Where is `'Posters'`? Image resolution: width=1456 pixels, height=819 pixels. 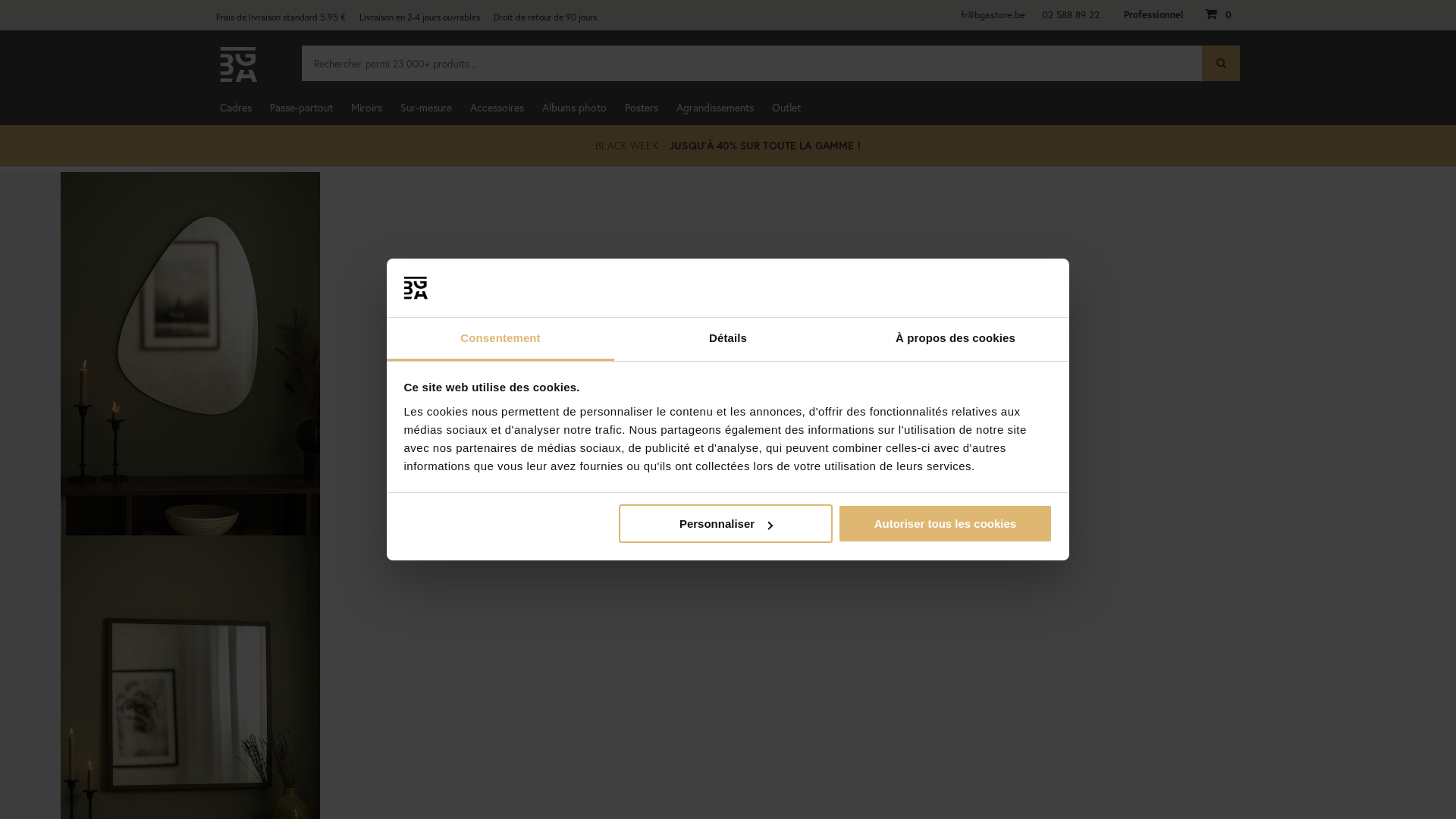 'Posters' is located at coordinates (617, 106).